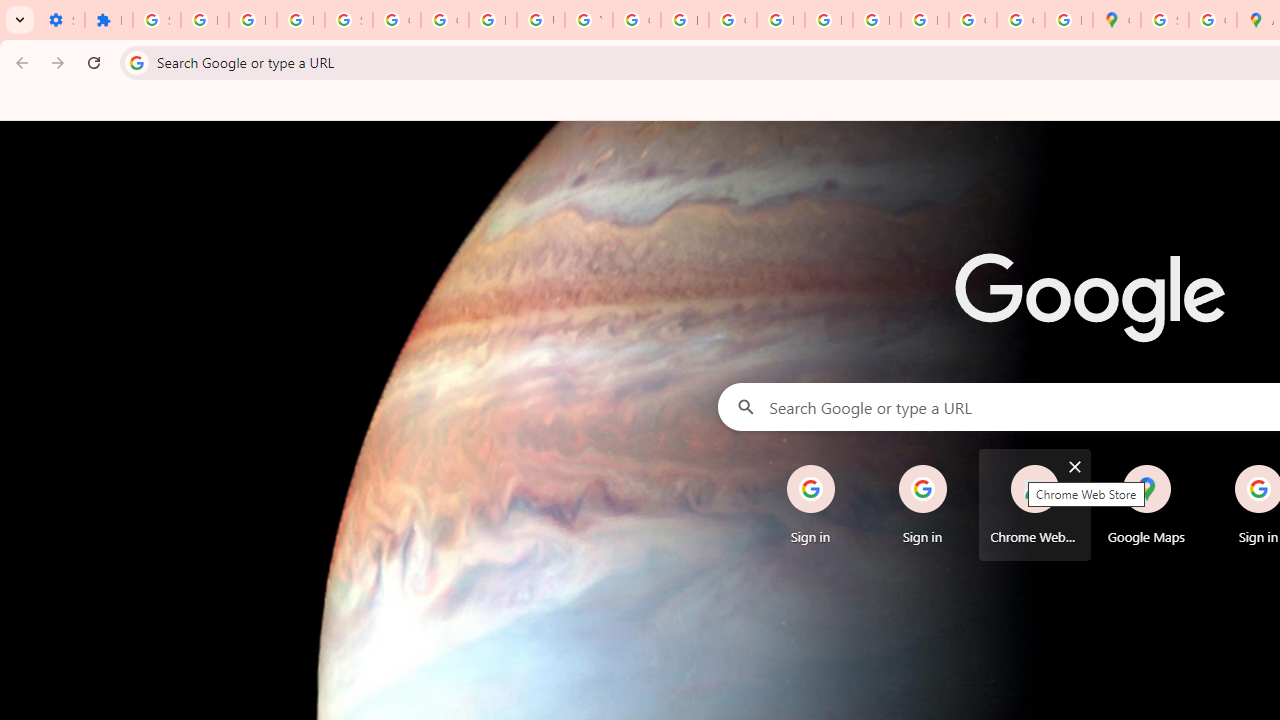 The width and height of the screenshot is (1280, 720). I want to click on 'Create your Google Account', so click(1211, 20).